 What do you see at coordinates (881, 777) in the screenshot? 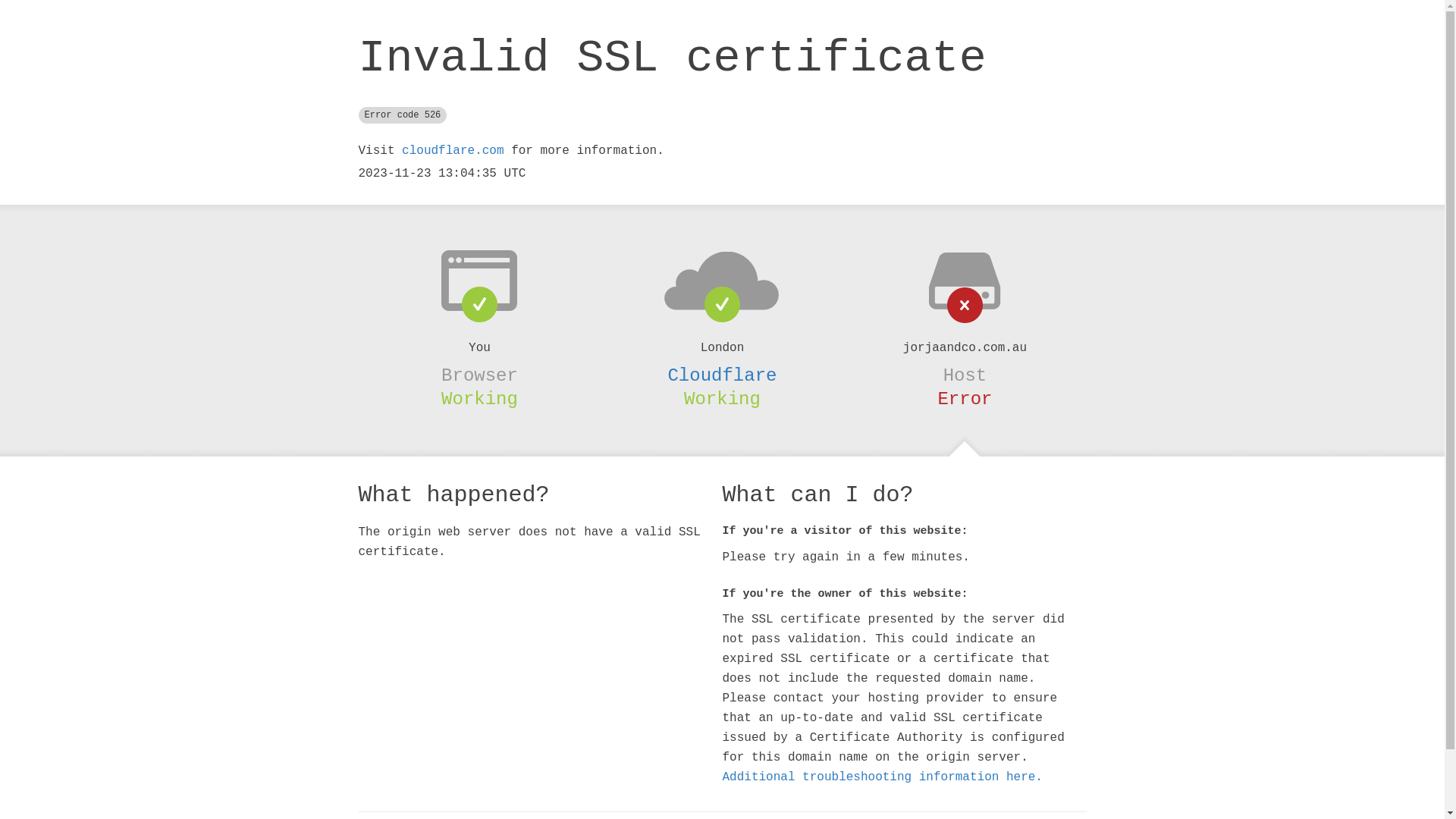
I see `'Additional troubleshooting information here.'` at bounding box center [881, 777].